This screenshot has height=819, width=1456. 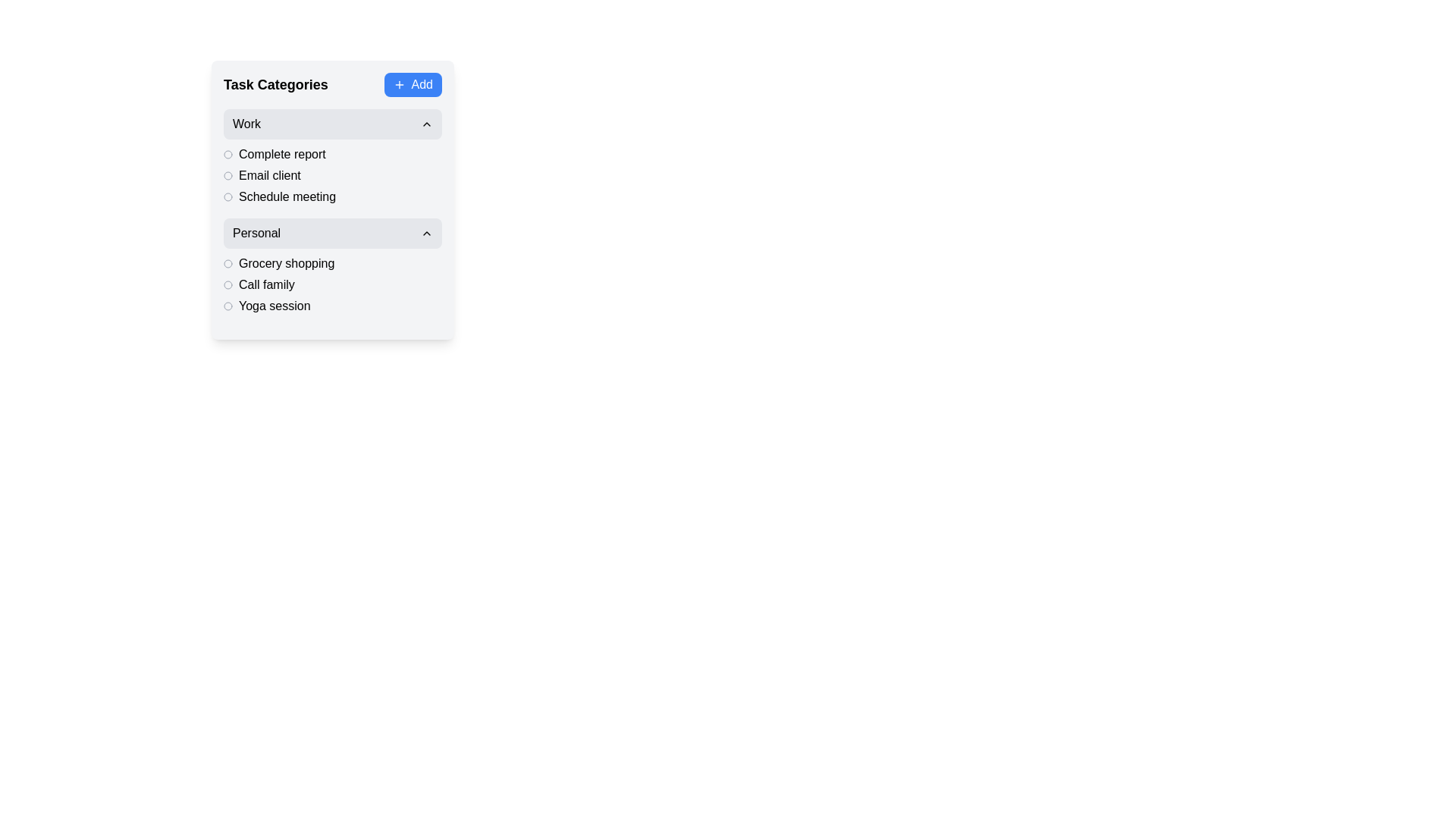 What do you see at coordinates (331, 265) in the screenshot?
I see `the 'Personal' expandable list` at bounding box center [331, 265].